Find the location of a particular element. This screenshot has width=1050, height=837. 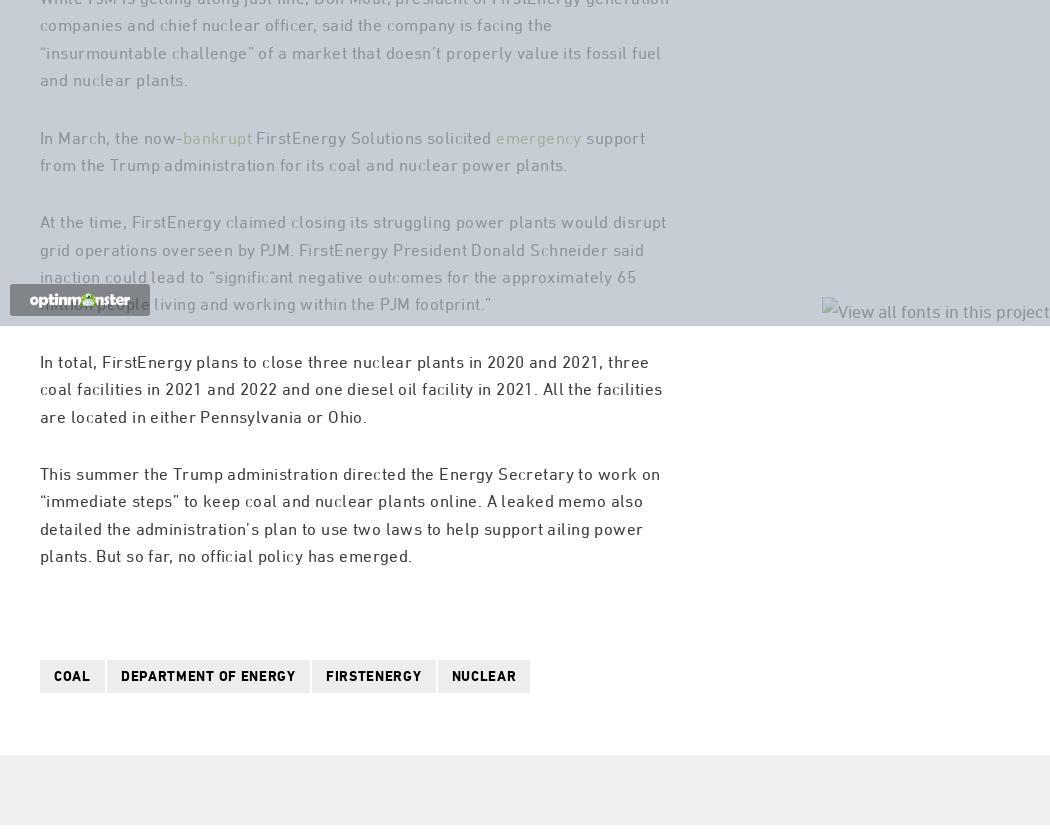

'support from the Trump administration for its coal and nuclear power plants.' is located at coordinates (341, 230).